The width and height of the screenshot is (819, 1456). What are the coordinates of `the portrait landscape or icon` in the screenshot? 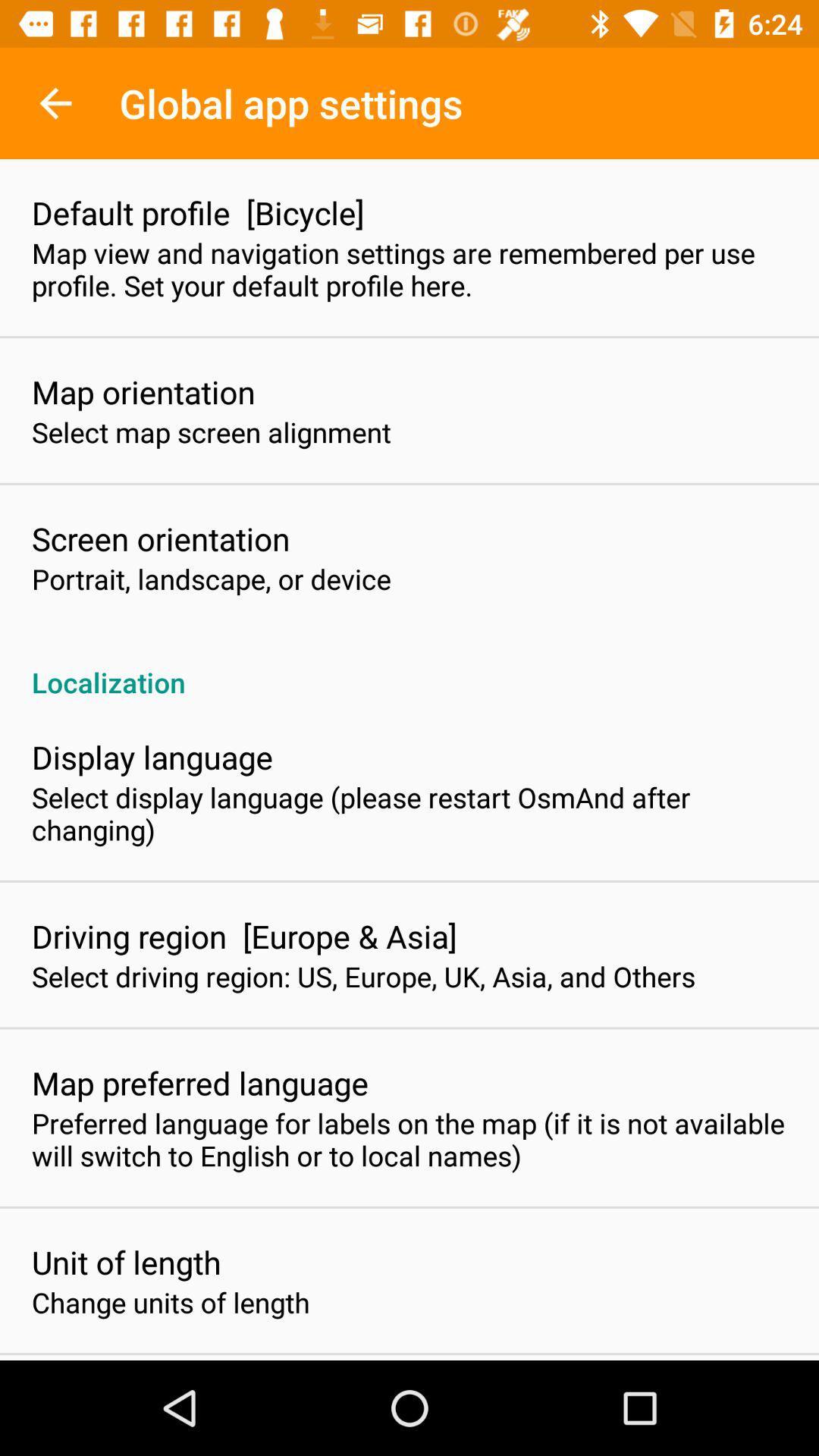 It's located at (211, 578).